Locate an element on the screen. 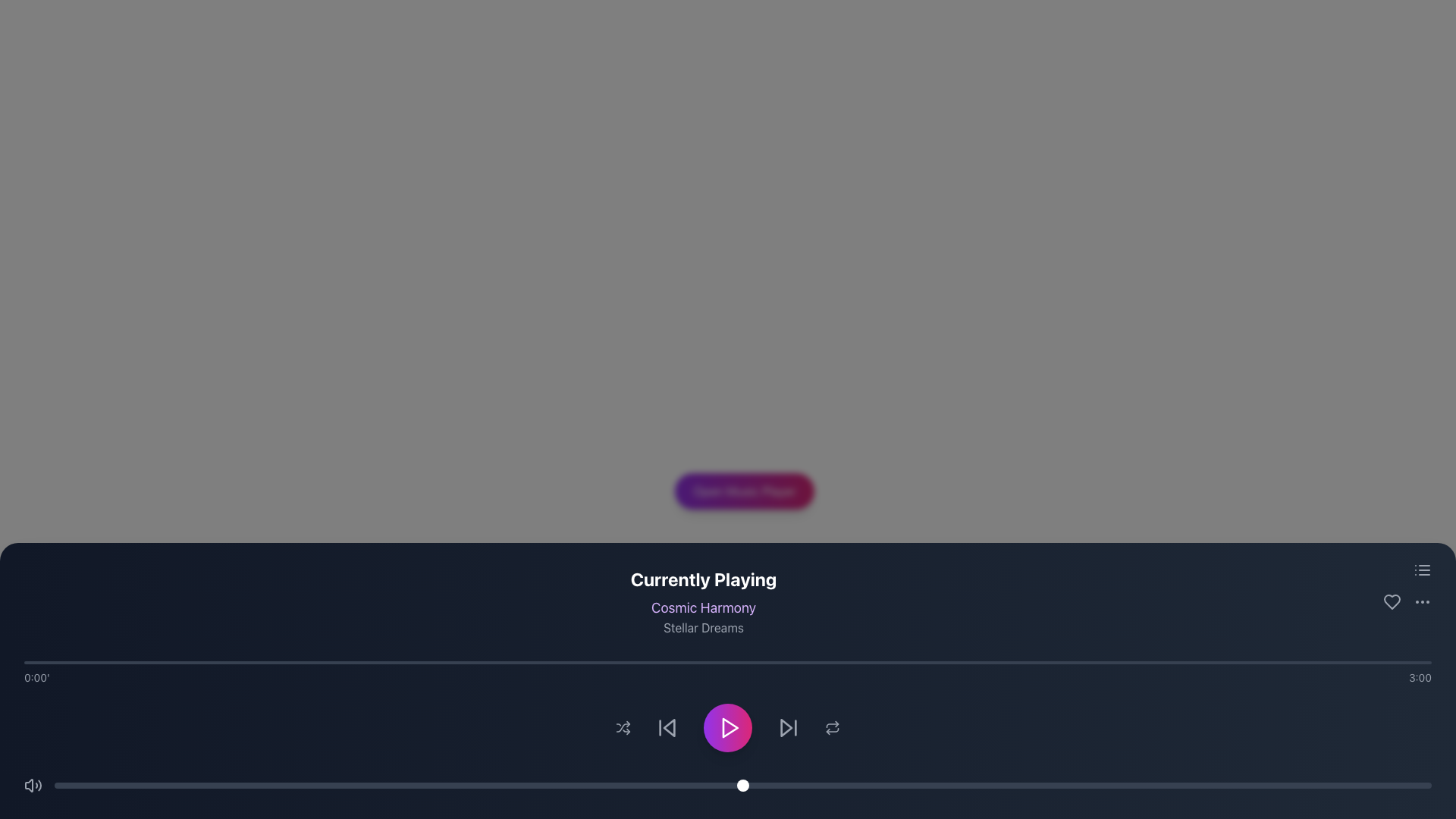 The width and height of the screenshot is (1456, 819). the slider is located at coordinates (233, 785).